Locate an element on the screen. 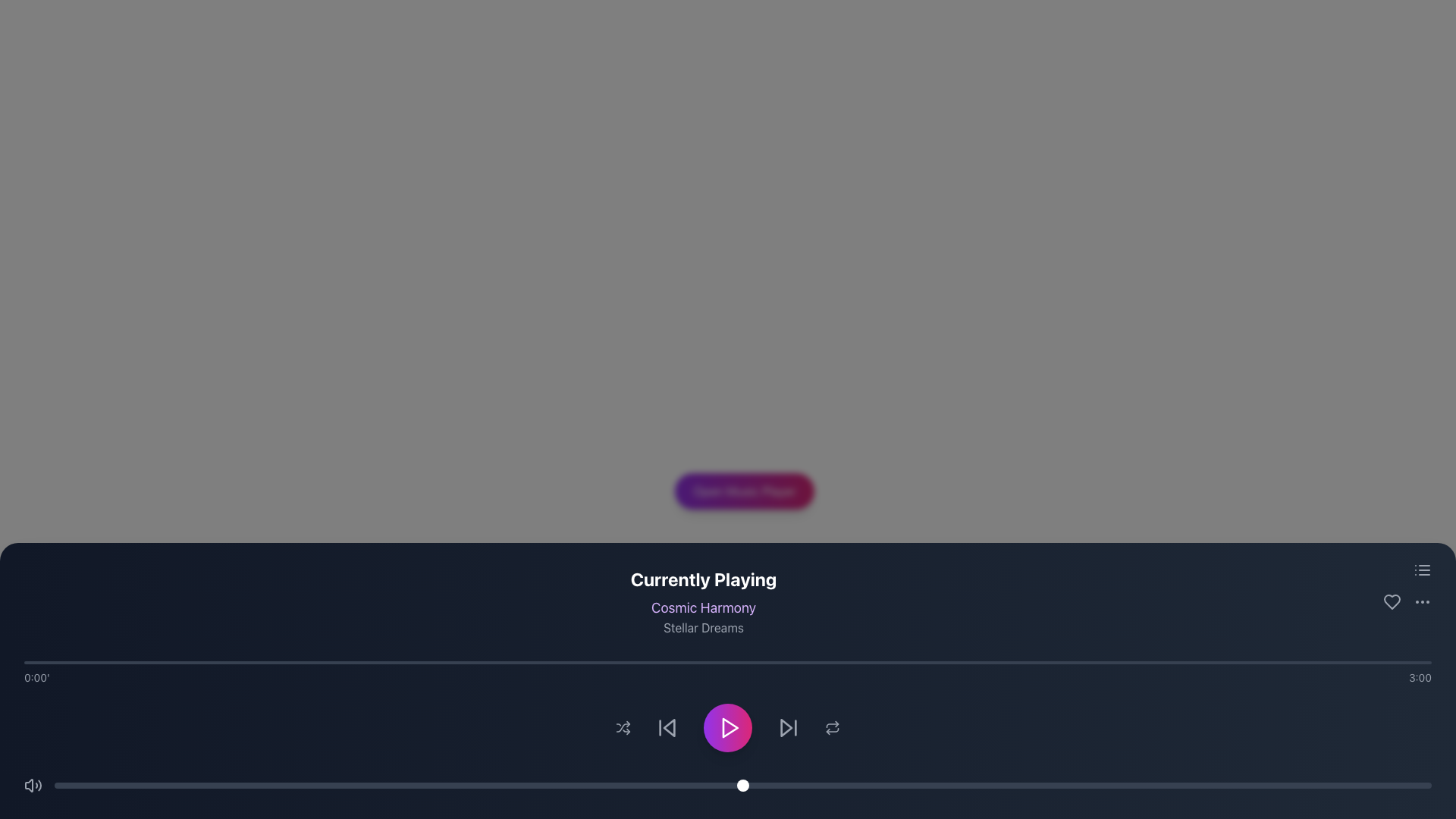 The width and height of the screenshot is (1456, 819). the slider is located at coordinates (233, 785).